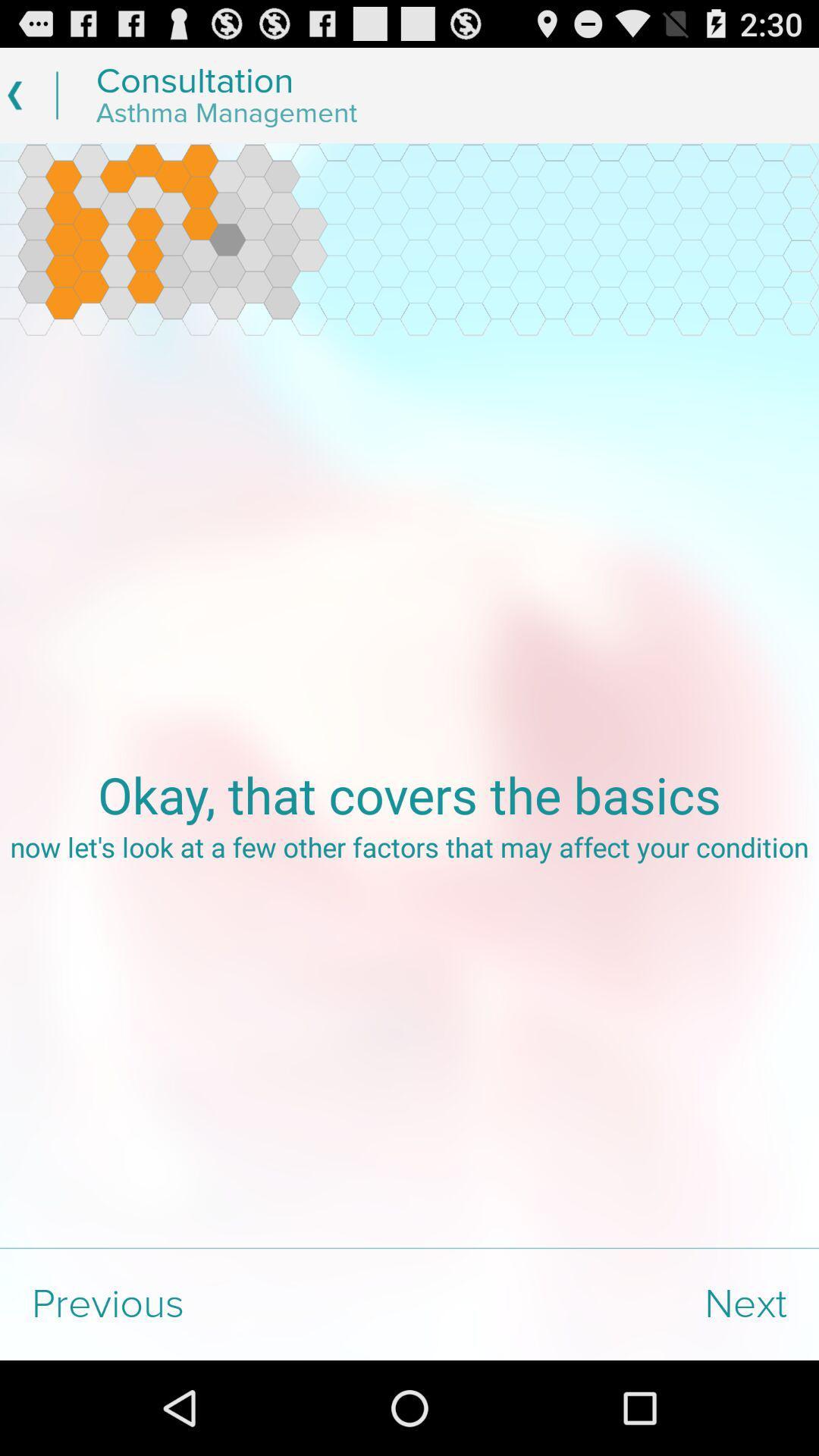 Image resolution: width=819 pixels, height=1456 pixels. Describe the element at coordinates (205, 1304) in the screenshot. I see `the app next to the next icon` at that location.